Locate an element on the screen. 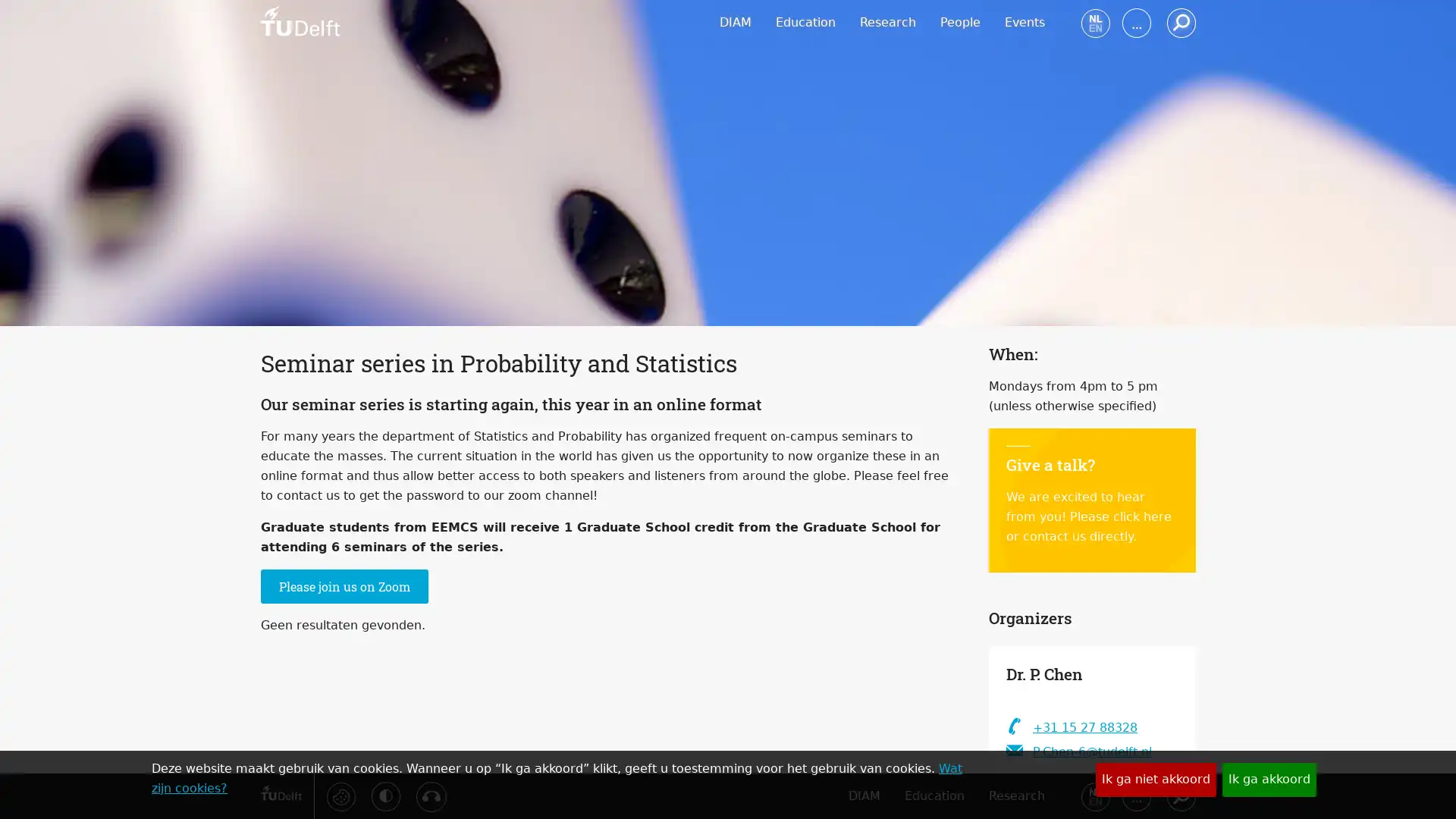 The height and width of the screenshot is (819, 1456). Zoeken is located at coordinates (1179, 795).